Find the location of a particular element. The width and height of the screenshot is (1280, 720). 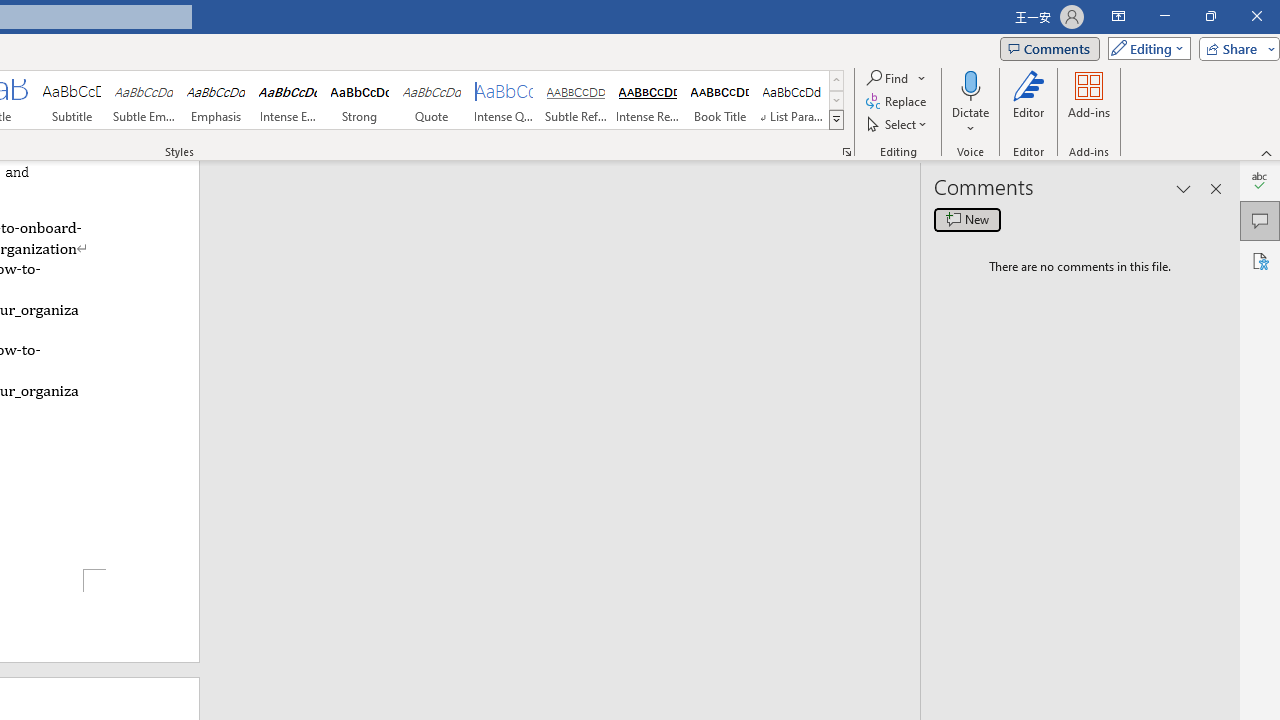

'Intense Reference' is located at coordinates (647, 100).